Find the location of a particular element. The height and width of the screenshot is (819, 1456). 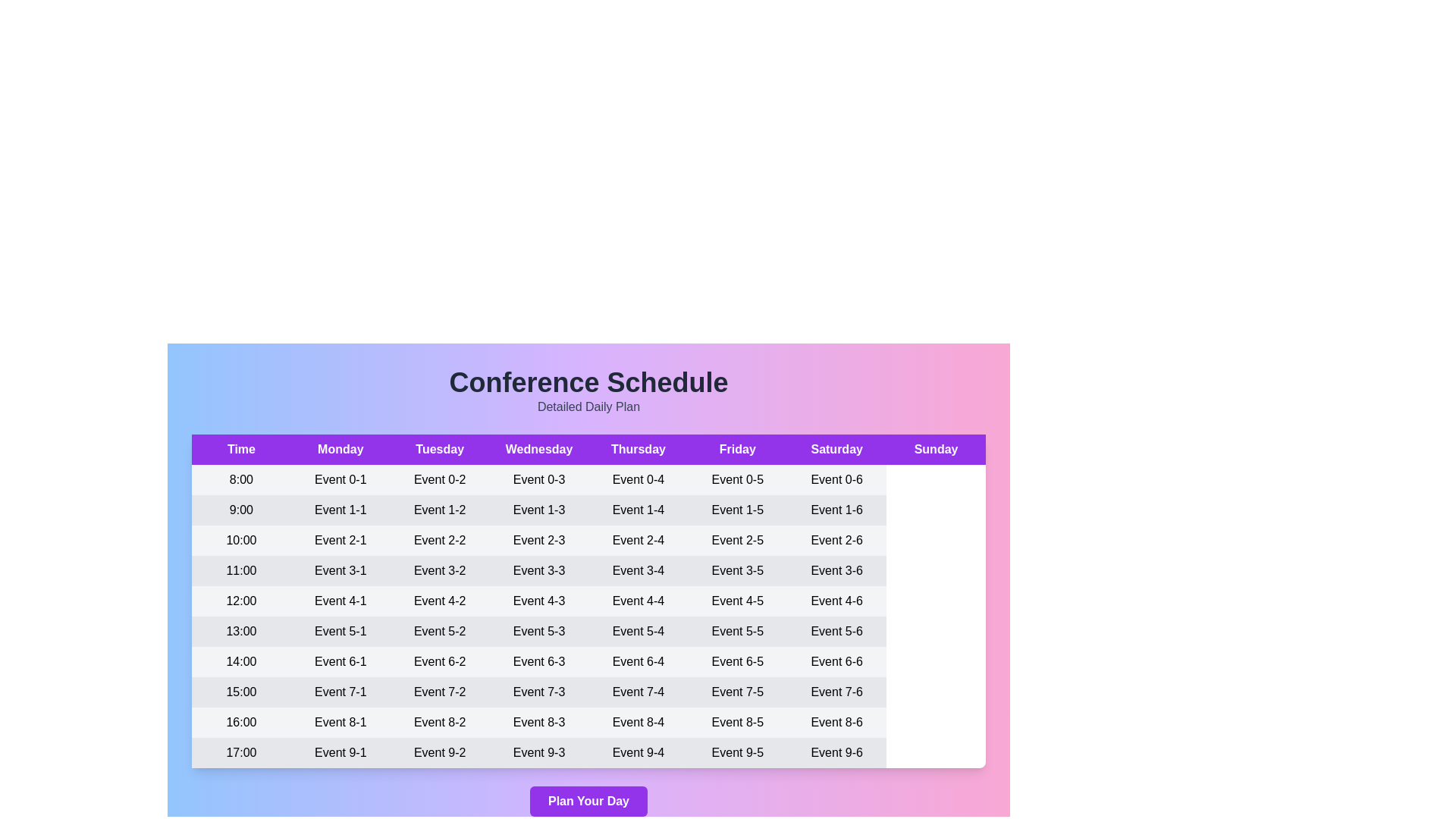

the 'Plan Your Day' button is located at coordinates (588, 800).